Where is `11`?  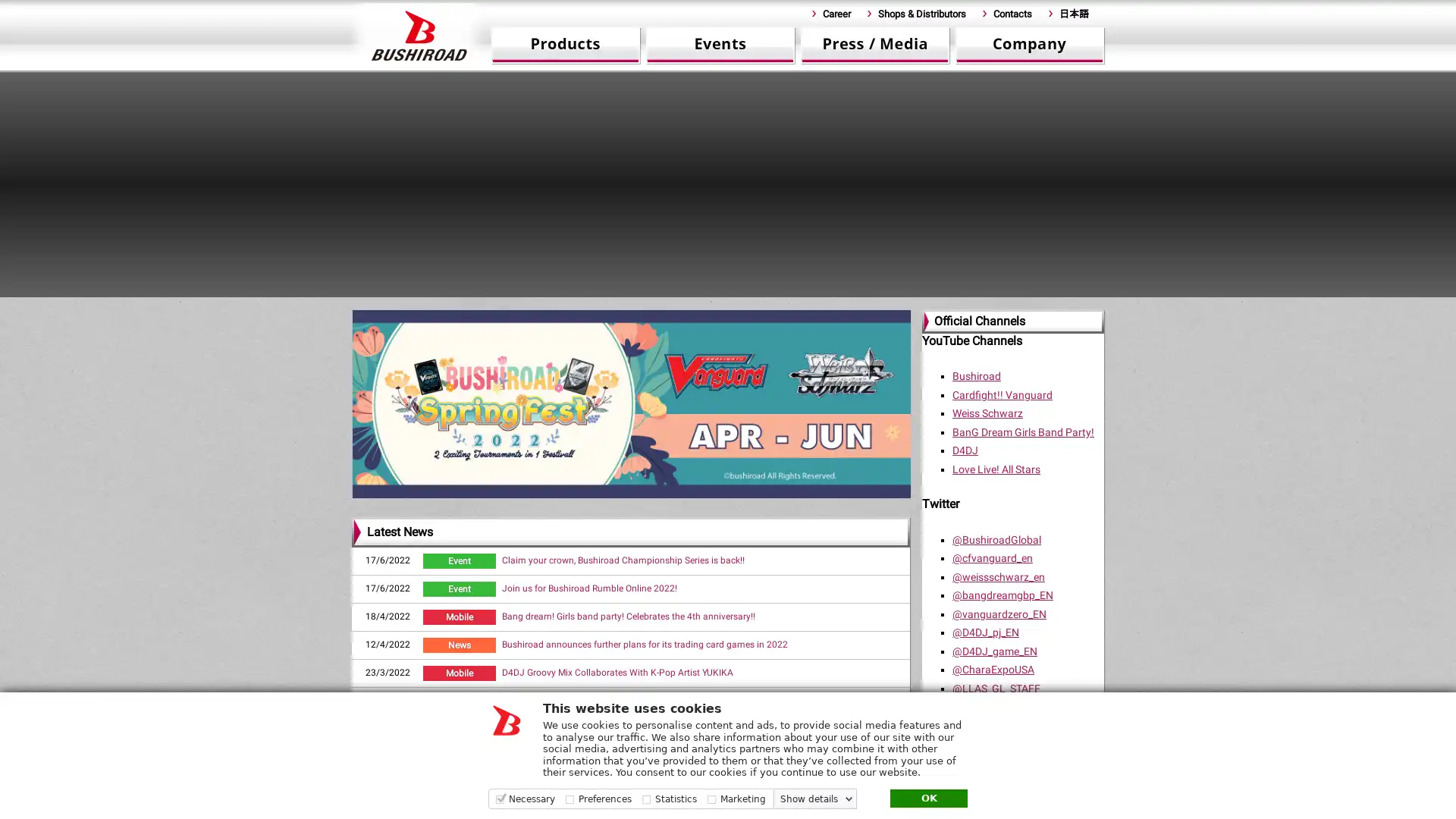
11 is located at coordinates (785, 291).